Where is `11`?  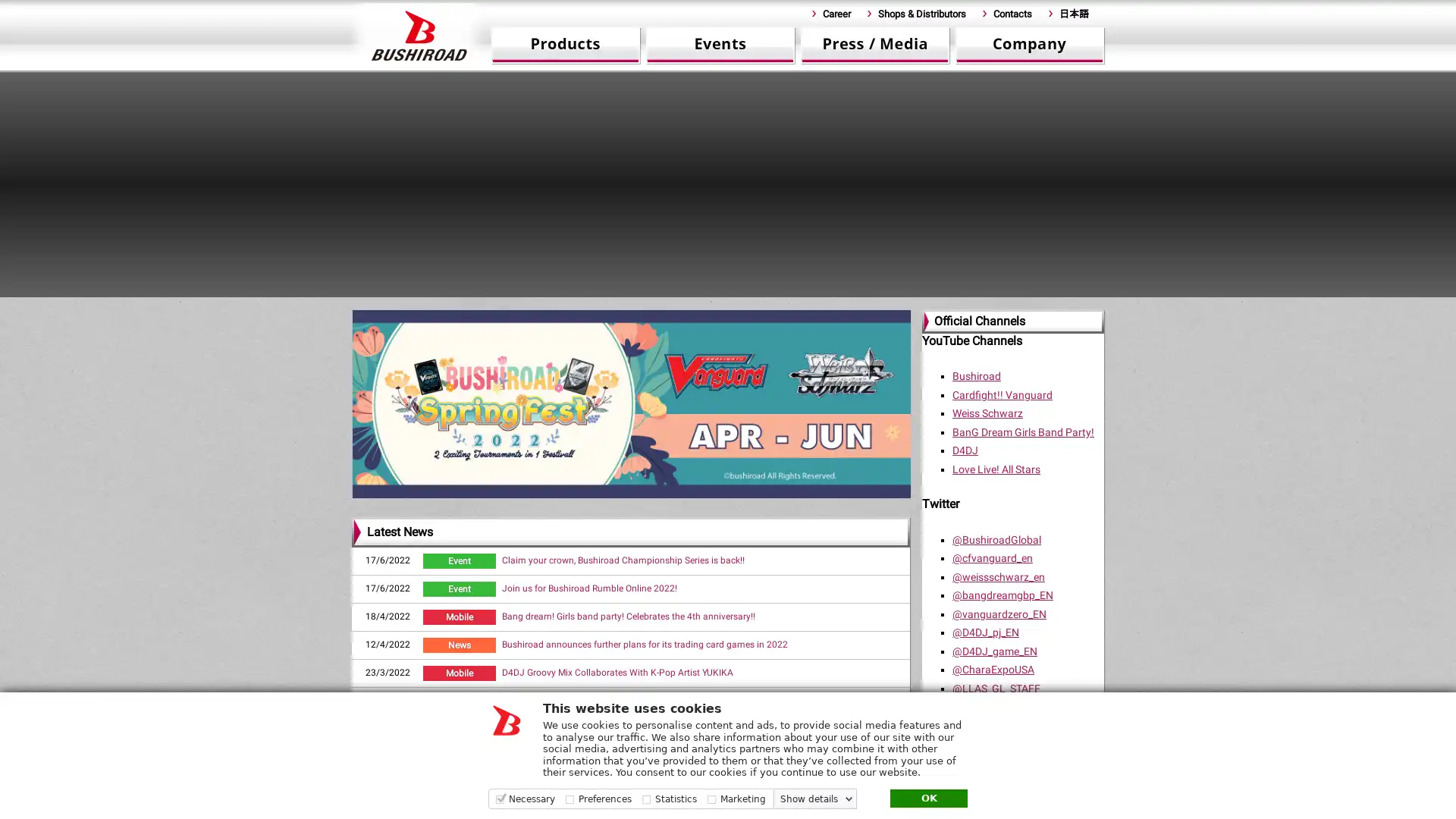
11 is located at coordinates (785, 291).